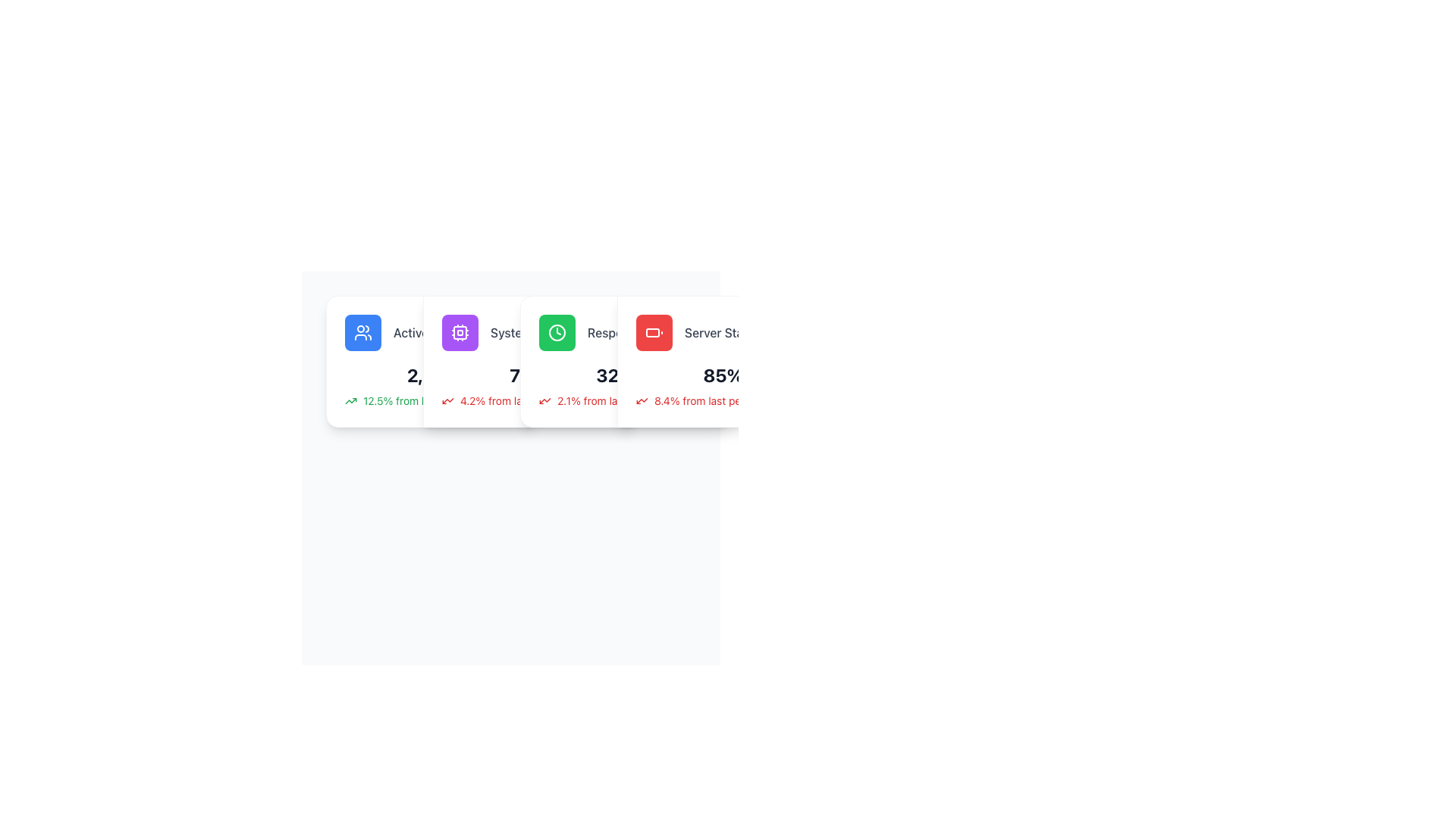 The width and height of the screenshot is (1456, 819). Describe the element at coordinates (626, 385) in the screenshot. I see `the performance metric display for response time located in the lower section of the 'Response Time' card, which is the third card from the left in the row of similar cards` at that location.